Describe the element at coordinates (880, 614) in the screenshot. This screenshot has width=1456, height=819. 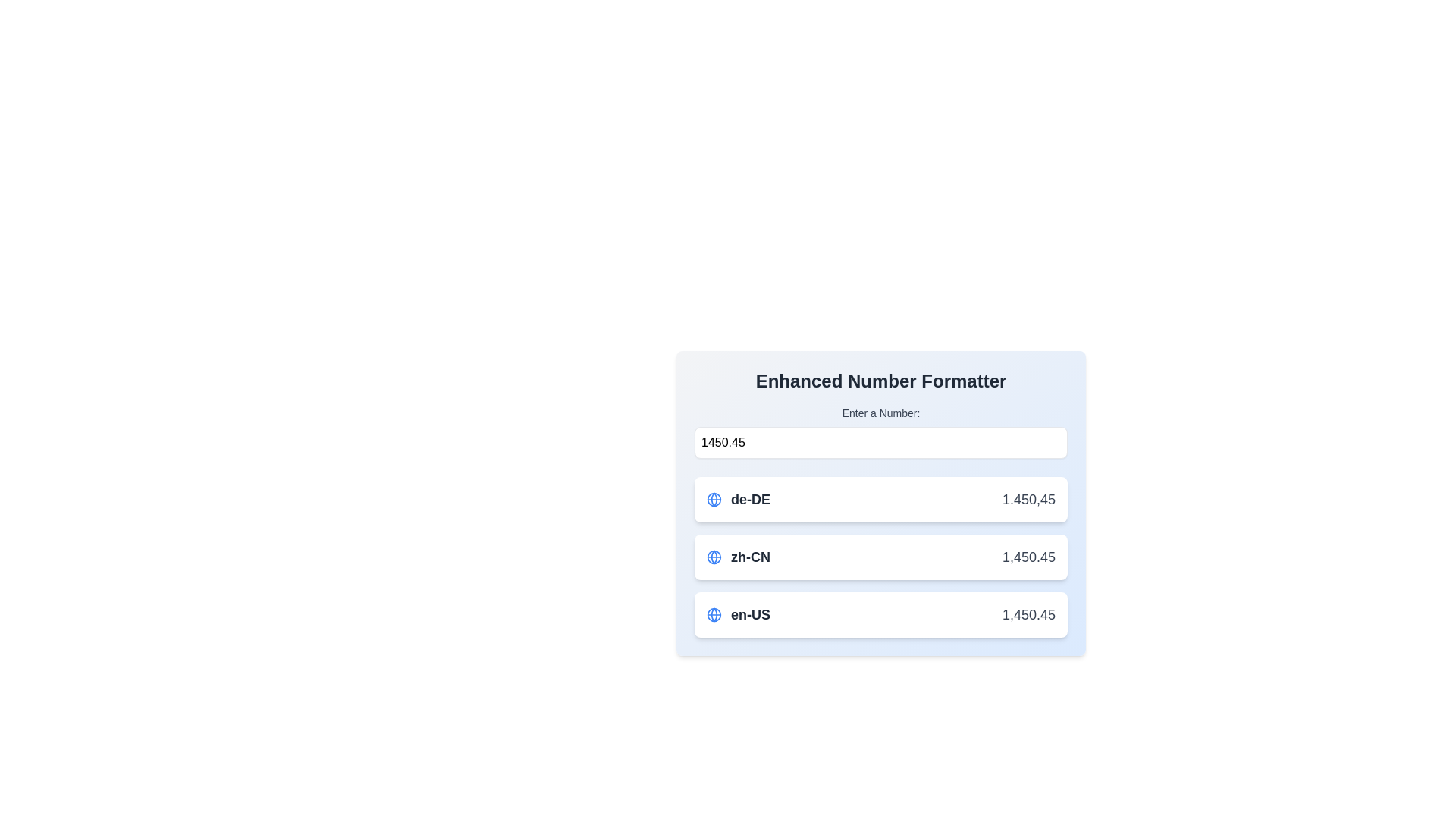
I see `values displayed in the third entry of the vertically stacked list, which shows the local identifier 'en-US' and the formatted number '1,450.45'` at that location.